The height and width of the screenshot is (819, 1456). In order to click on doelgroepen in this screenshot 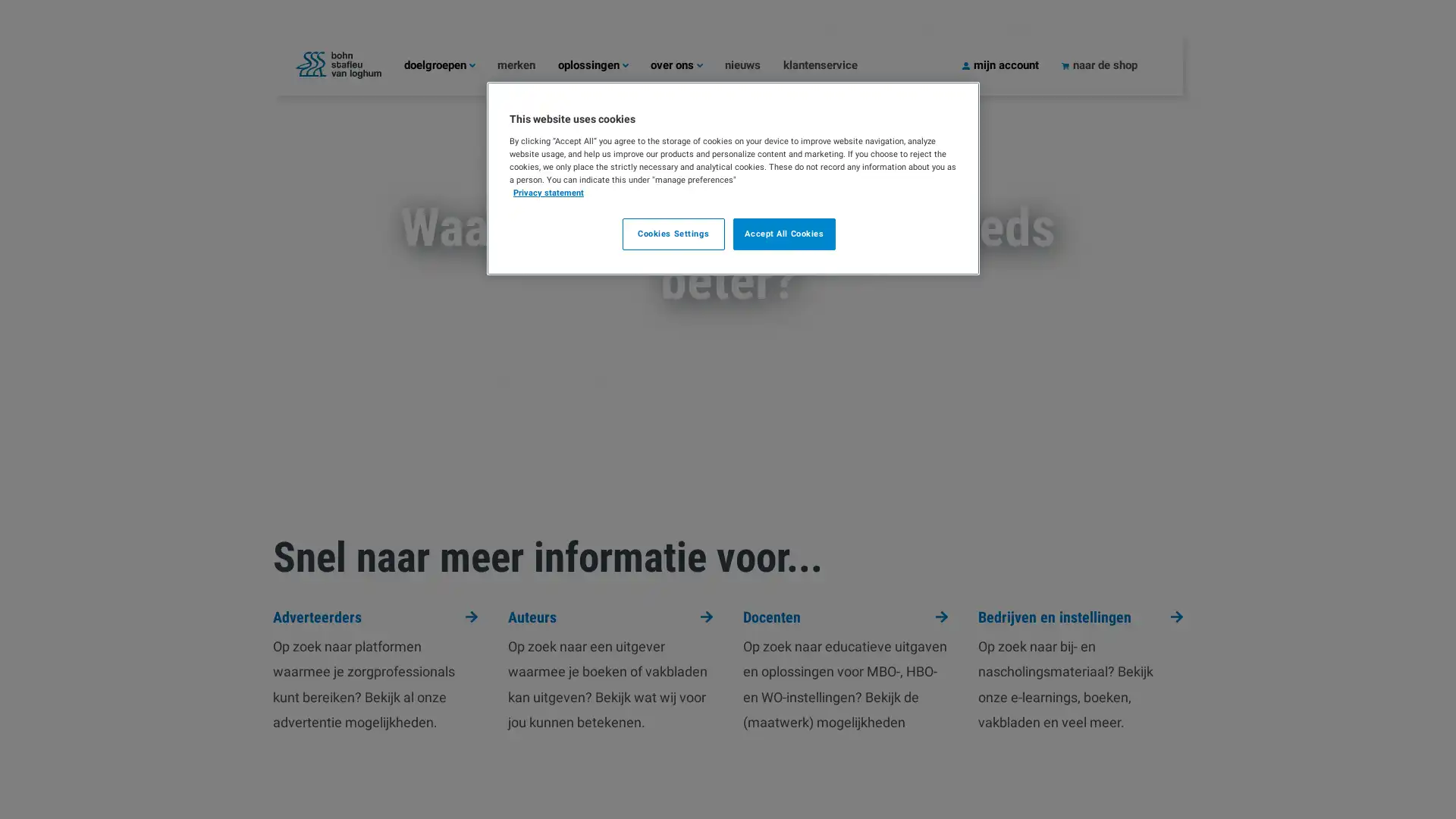, I will do `click(450, 64)`.